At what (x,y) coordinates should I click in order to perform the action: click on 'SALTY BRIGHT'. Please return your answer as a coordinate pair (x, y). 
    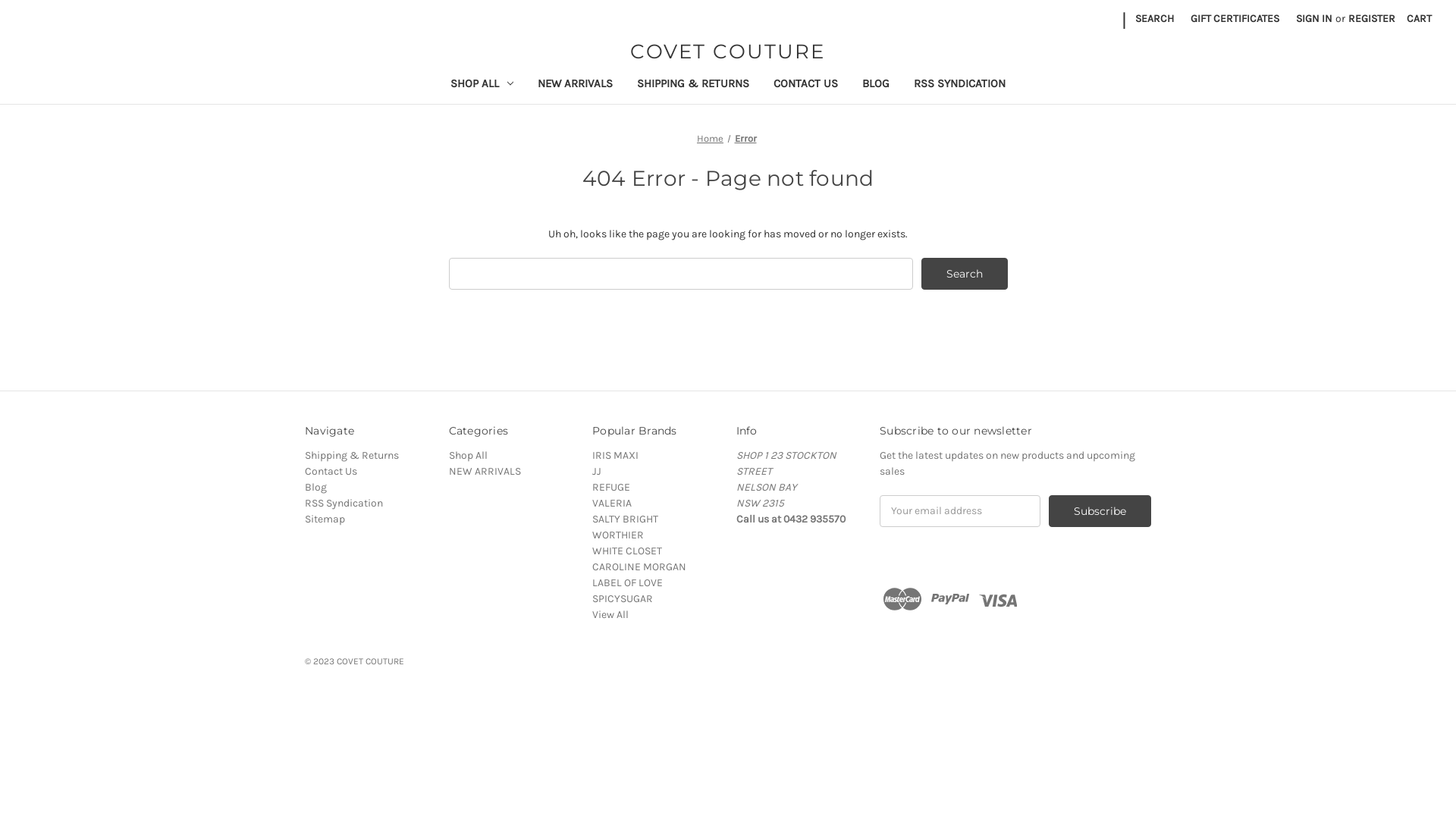
    Looking at the image, I should click on (625, 518).